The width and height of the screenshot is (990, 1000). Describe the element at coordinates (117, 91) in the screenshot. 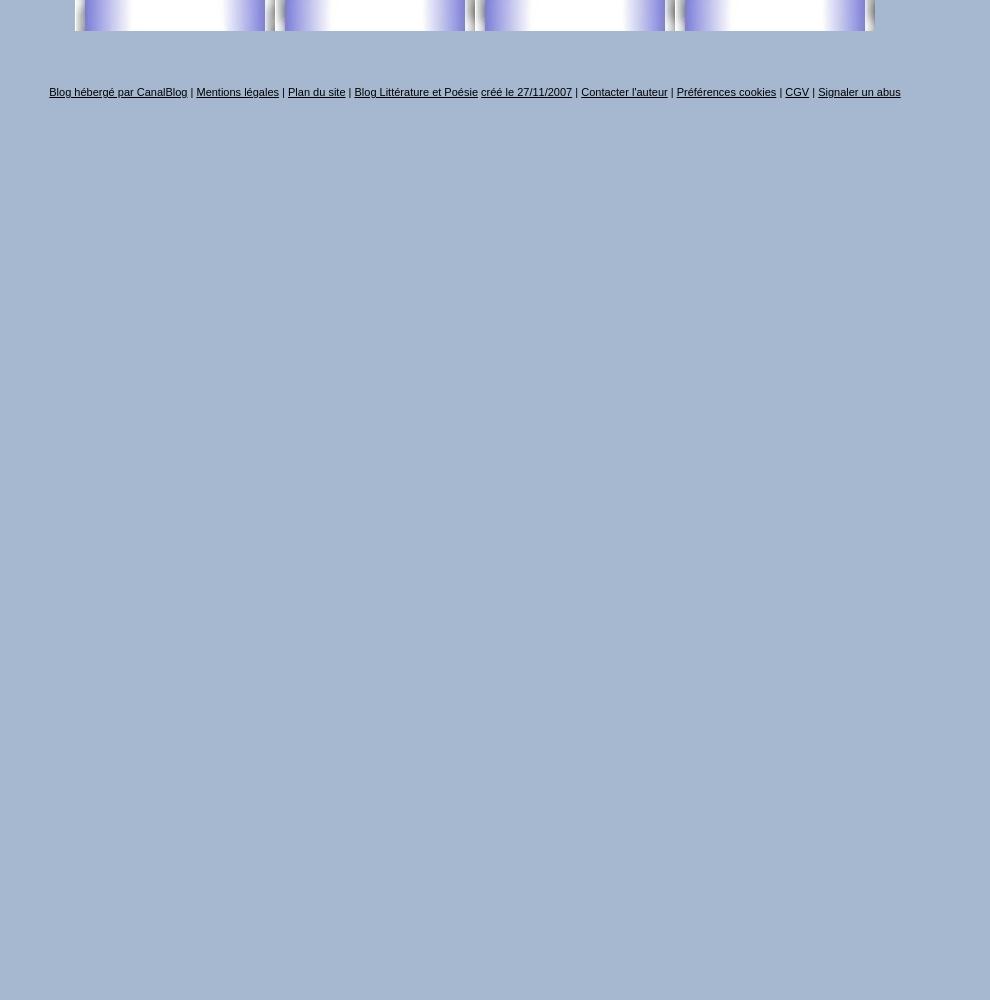

I see `'Blog hébergé par CanalBlog'` at that location.